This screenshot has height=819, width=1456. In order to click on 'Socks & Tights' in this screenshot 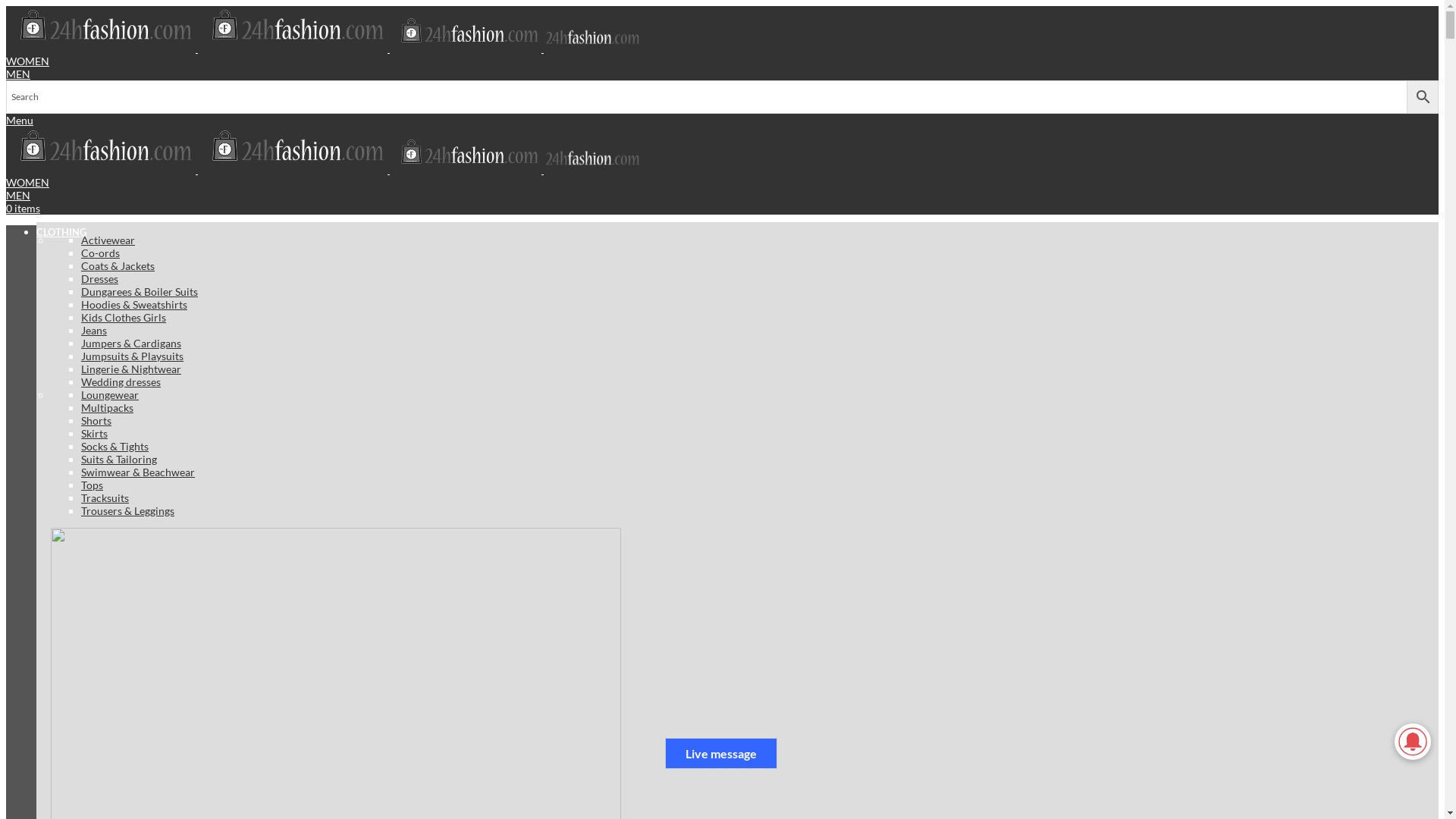, I will do `click(114, 445)`.